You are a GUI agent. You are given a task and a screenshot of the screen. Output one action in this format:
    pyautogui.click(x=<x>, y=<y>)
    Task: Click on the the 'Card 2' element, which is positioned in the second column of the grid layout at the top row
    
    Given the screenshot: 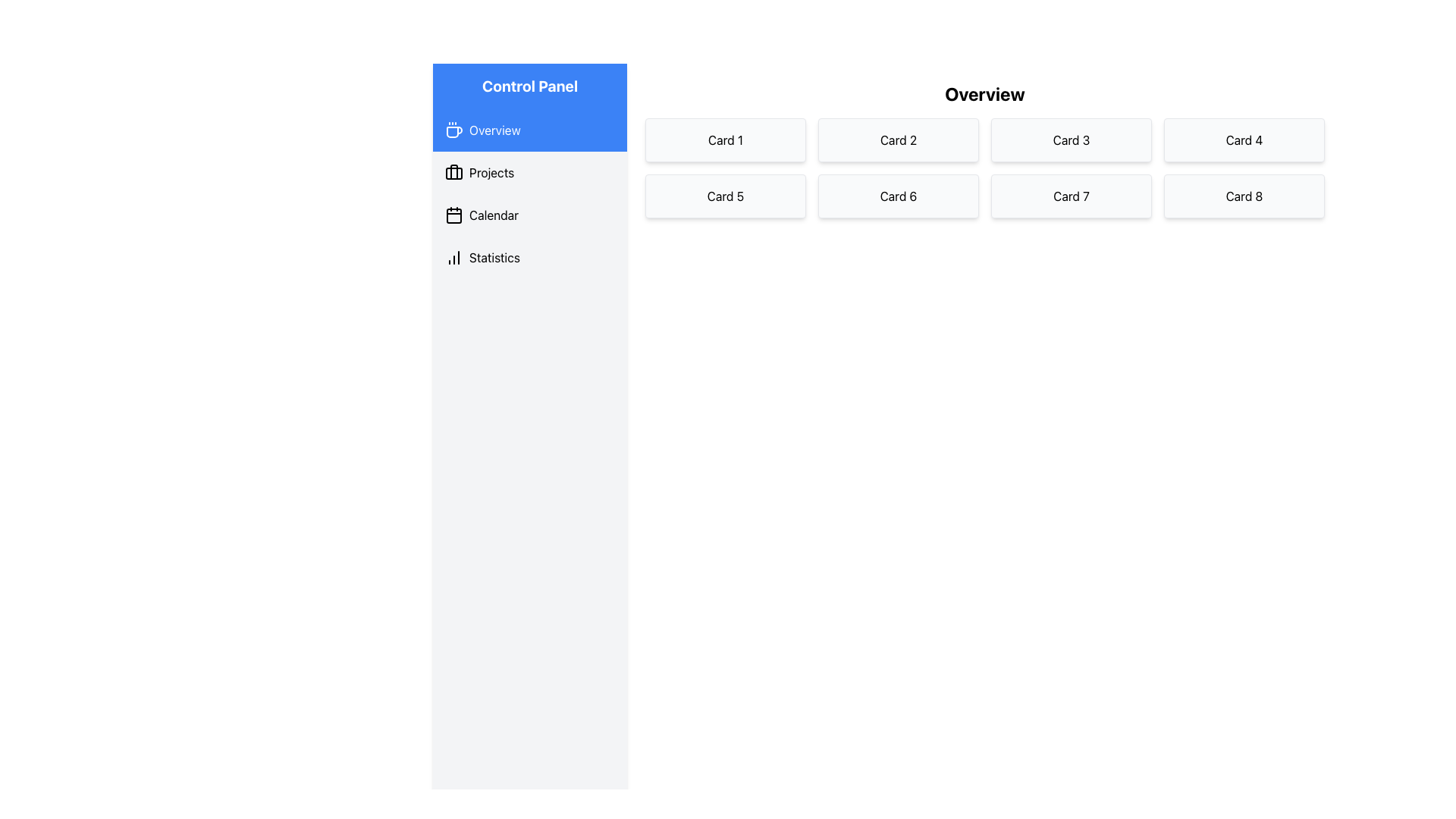 What is the action you would take?
    pyautogui.click(x=899, y=140)
    